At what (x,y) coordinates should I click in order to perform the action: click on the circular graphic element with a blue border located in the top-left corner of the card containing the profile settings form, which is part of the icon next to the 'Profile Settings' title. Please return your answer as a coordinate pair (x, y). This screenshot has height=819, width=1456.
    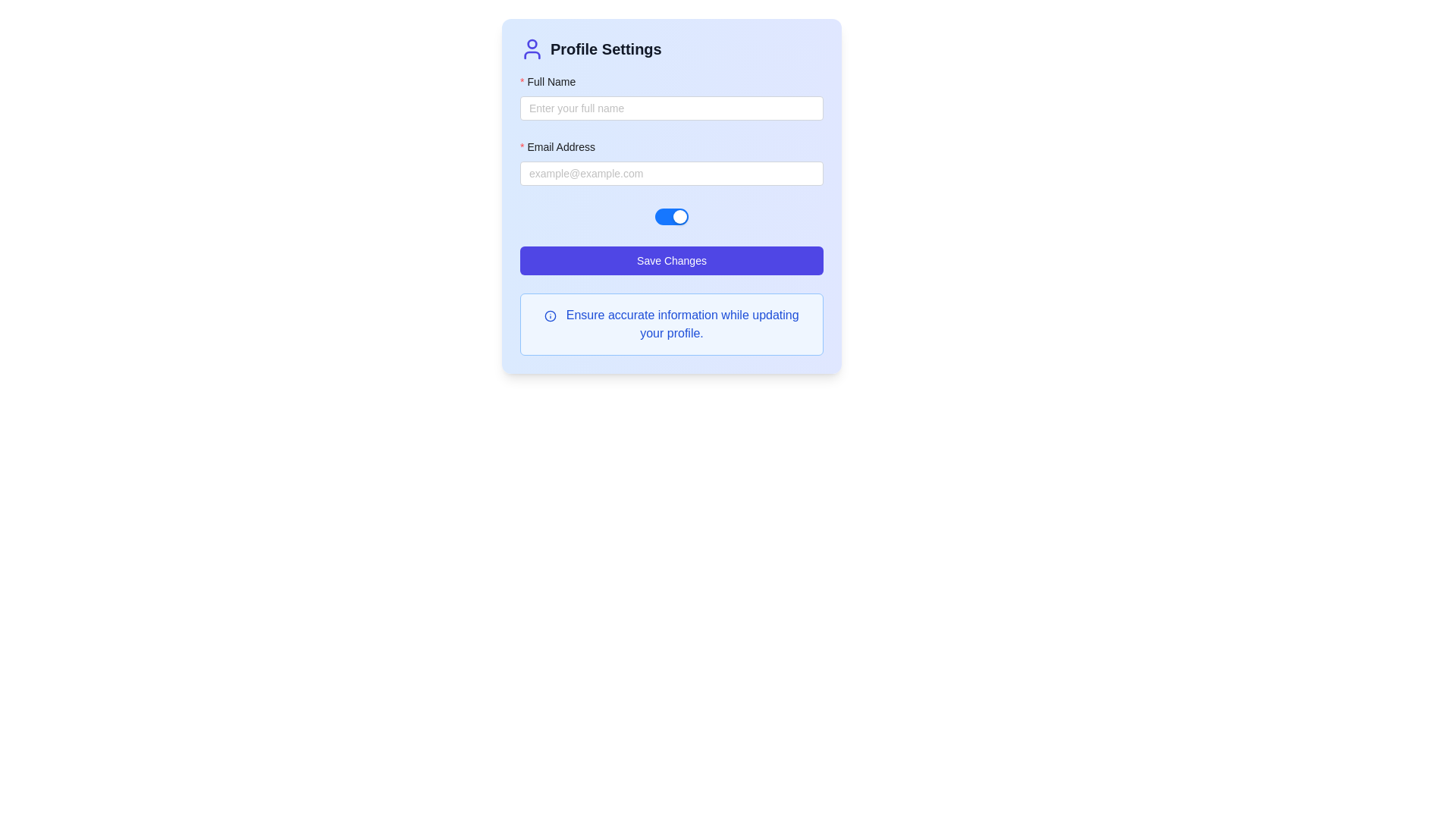
    Looking at the image, I should click on (550, 315).